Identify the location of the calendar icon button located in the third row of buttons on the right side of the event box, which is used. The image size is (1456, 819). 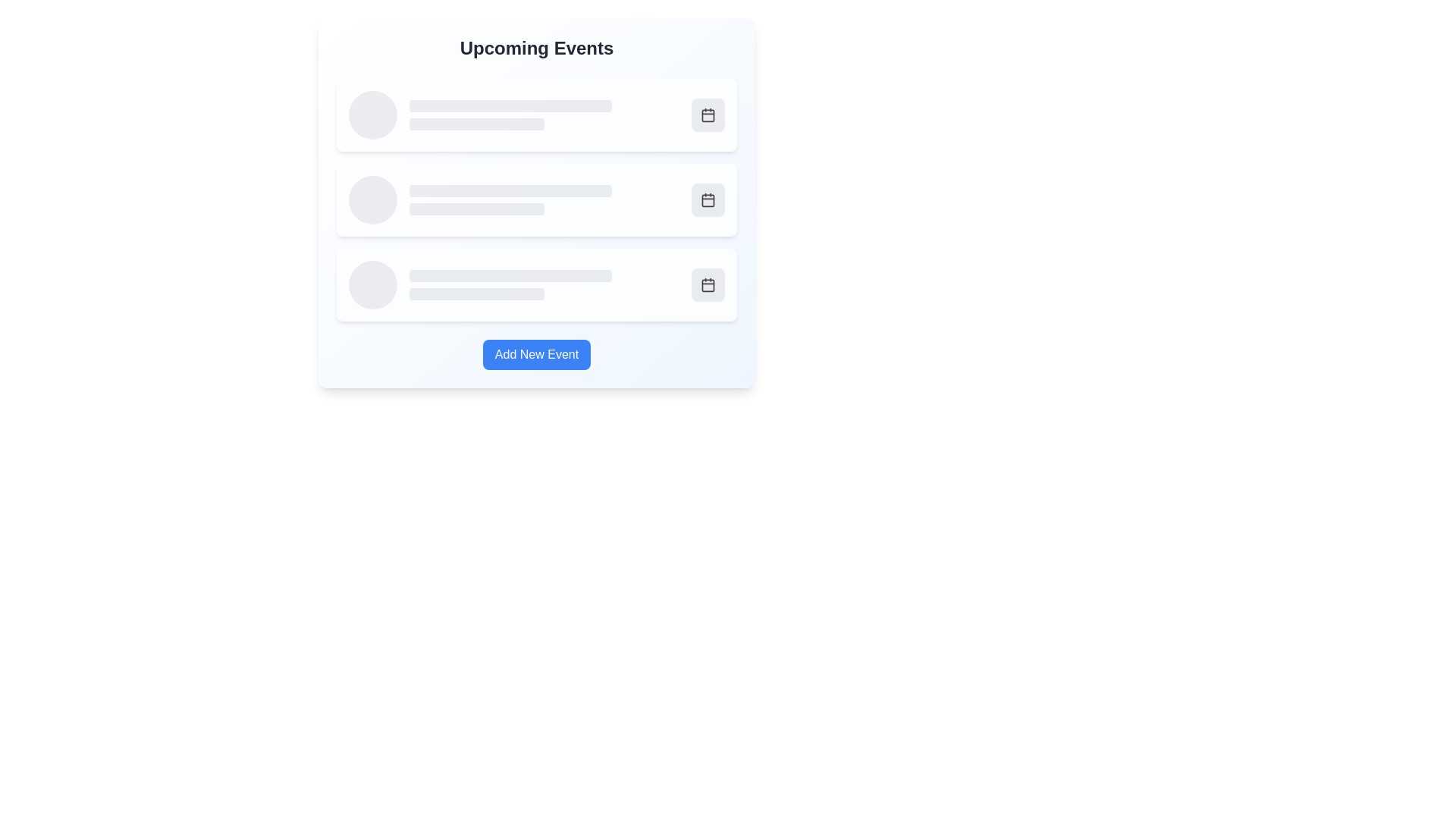
(708, 284).